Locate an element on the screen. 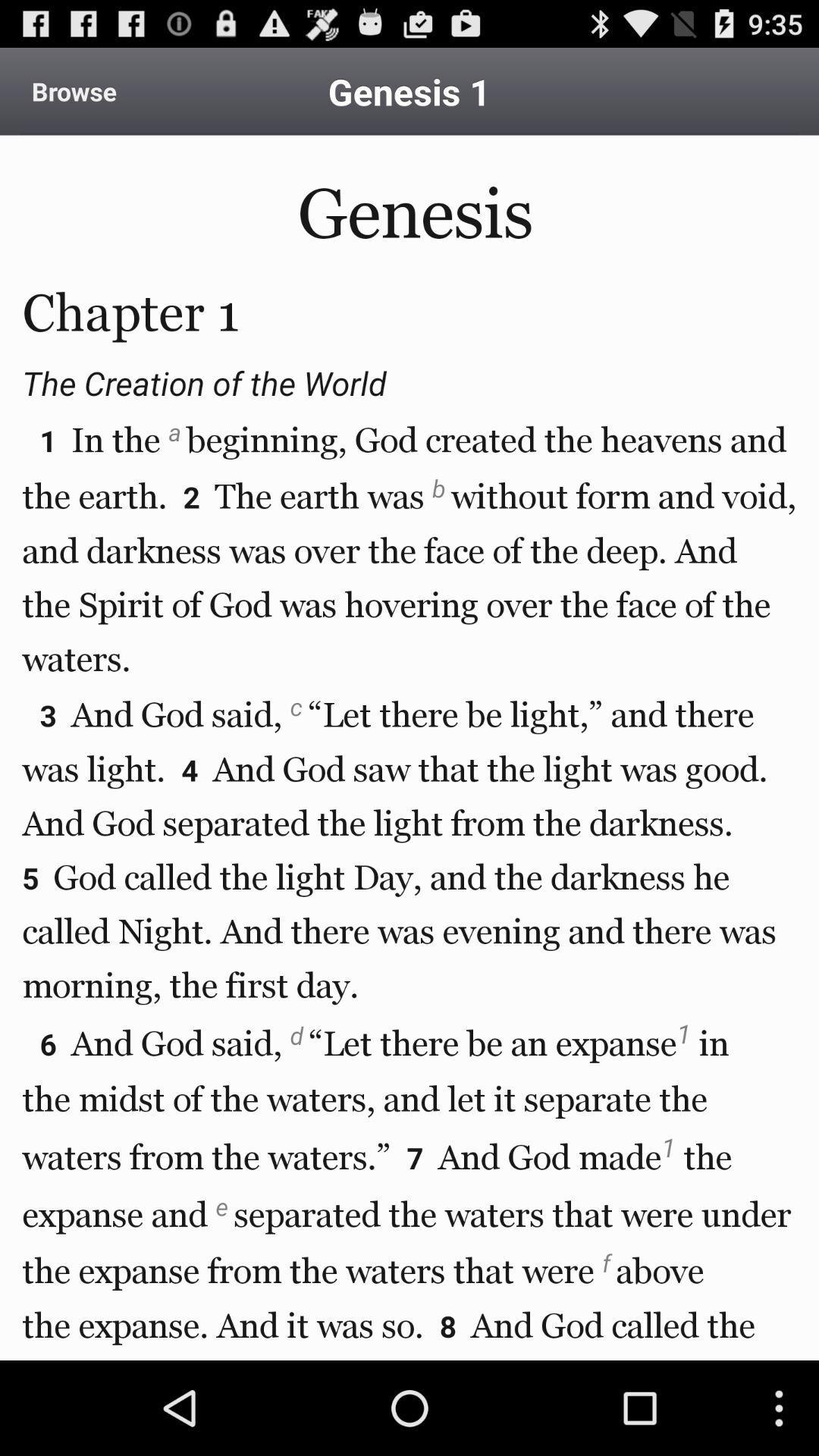 The height and width of the screenshot is (1456, 819). icon to the left of the genesis 1 icon is located at coordinates (74, 90).